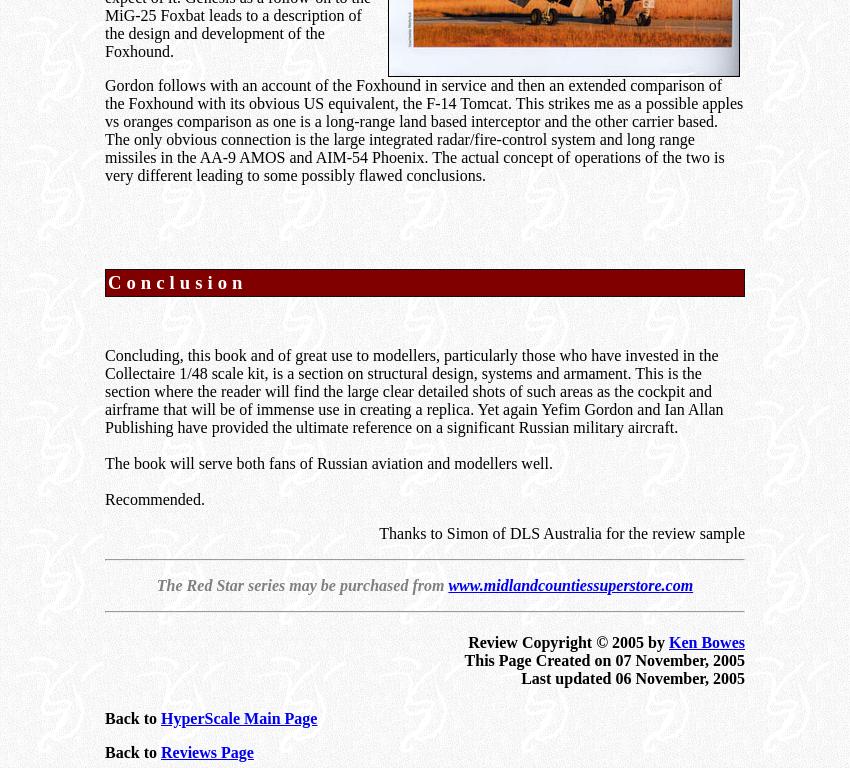  Describe the element at coordinates (103, 129) in the screenshot. I see `'Gordon follows with an account of the Foxhound in service and 
			then an extended comparison of the Foxhound with its obvious US 
			equivalent, the F-14 Tomcat. This strikes me as a possible apples vs 
			oranges comparison as one is a long-range land based interceptor and 
			the other carrier based. The only obvious connection is the large 
			integrated radar/fire-control system and long range missiles in the 
			AA-9 AMOS and AIM-54 Phoenix. The actual concept of operations of 
			the two is very different leading to some possibly flawed 
			conclusions.'` at that location.